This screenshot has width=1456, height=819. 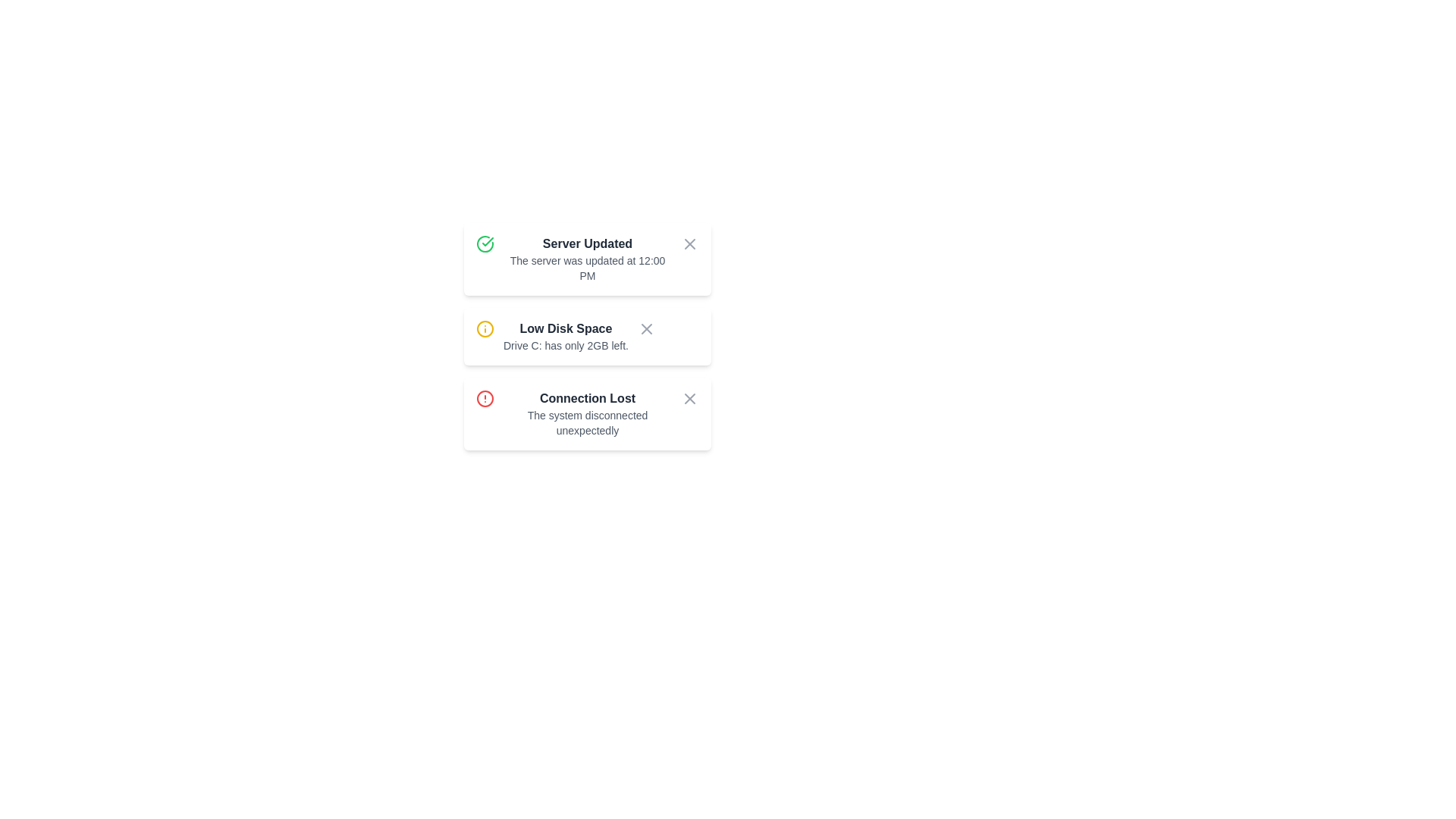 What do you see at coordinates (586, 259) in the screenshot?
I see `the server update notification message displayed in the topmost text block of the notification list` at bounding box center [586, 259].